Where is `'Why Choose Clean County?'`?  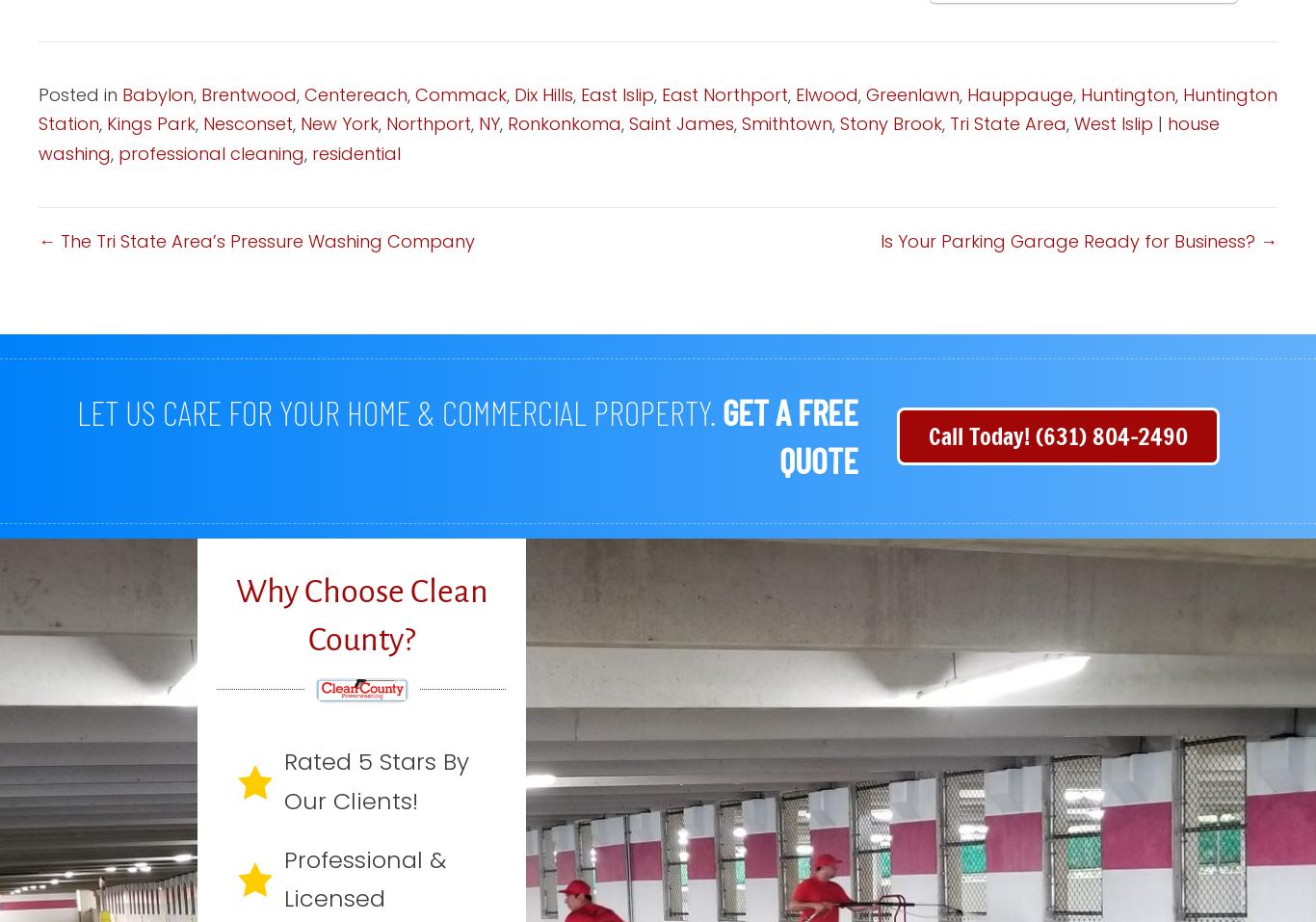 'Why Choose Clean County?' is located at coordinates (359, 614).